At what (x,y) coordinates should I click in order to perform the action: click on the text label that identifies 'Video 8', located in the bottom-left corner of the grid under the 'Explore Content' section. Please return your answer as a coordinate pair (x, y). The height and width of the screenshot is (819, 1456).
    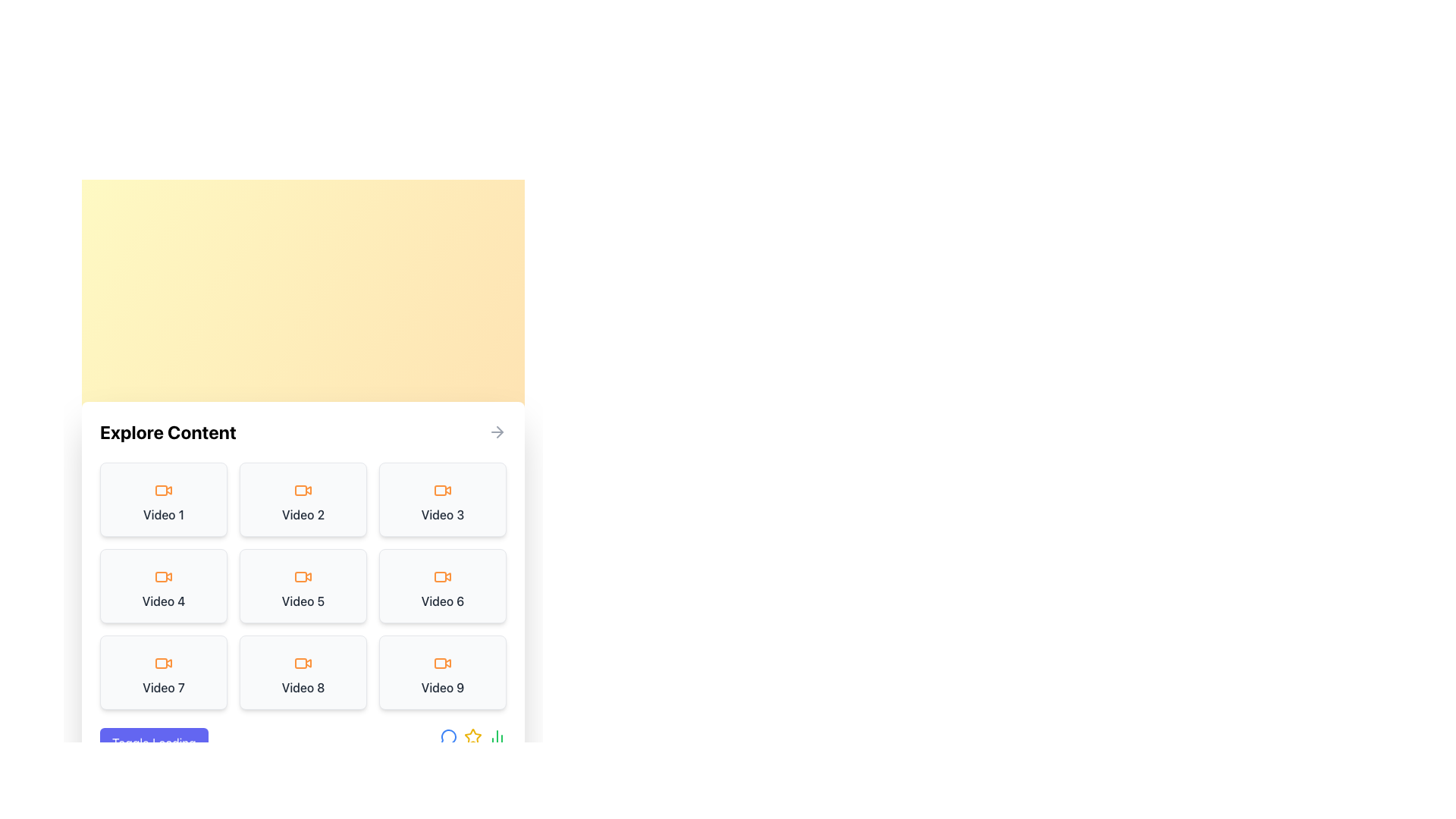
    Looking at the image, I should click on (303, 687).